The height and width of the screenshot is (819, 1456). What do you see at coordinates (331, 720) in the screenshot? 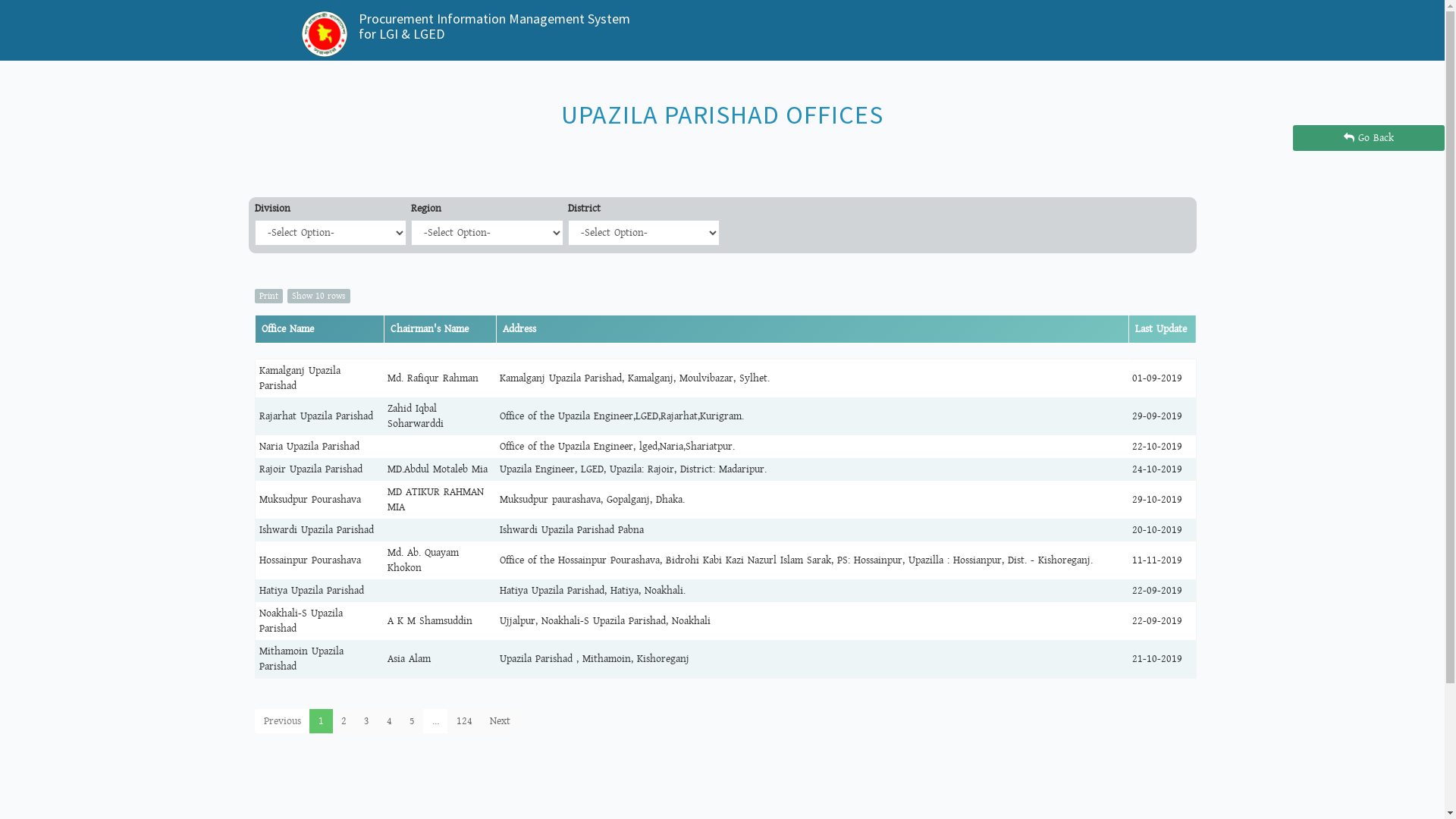
I see `'2'` at bounding box center [331, 720].